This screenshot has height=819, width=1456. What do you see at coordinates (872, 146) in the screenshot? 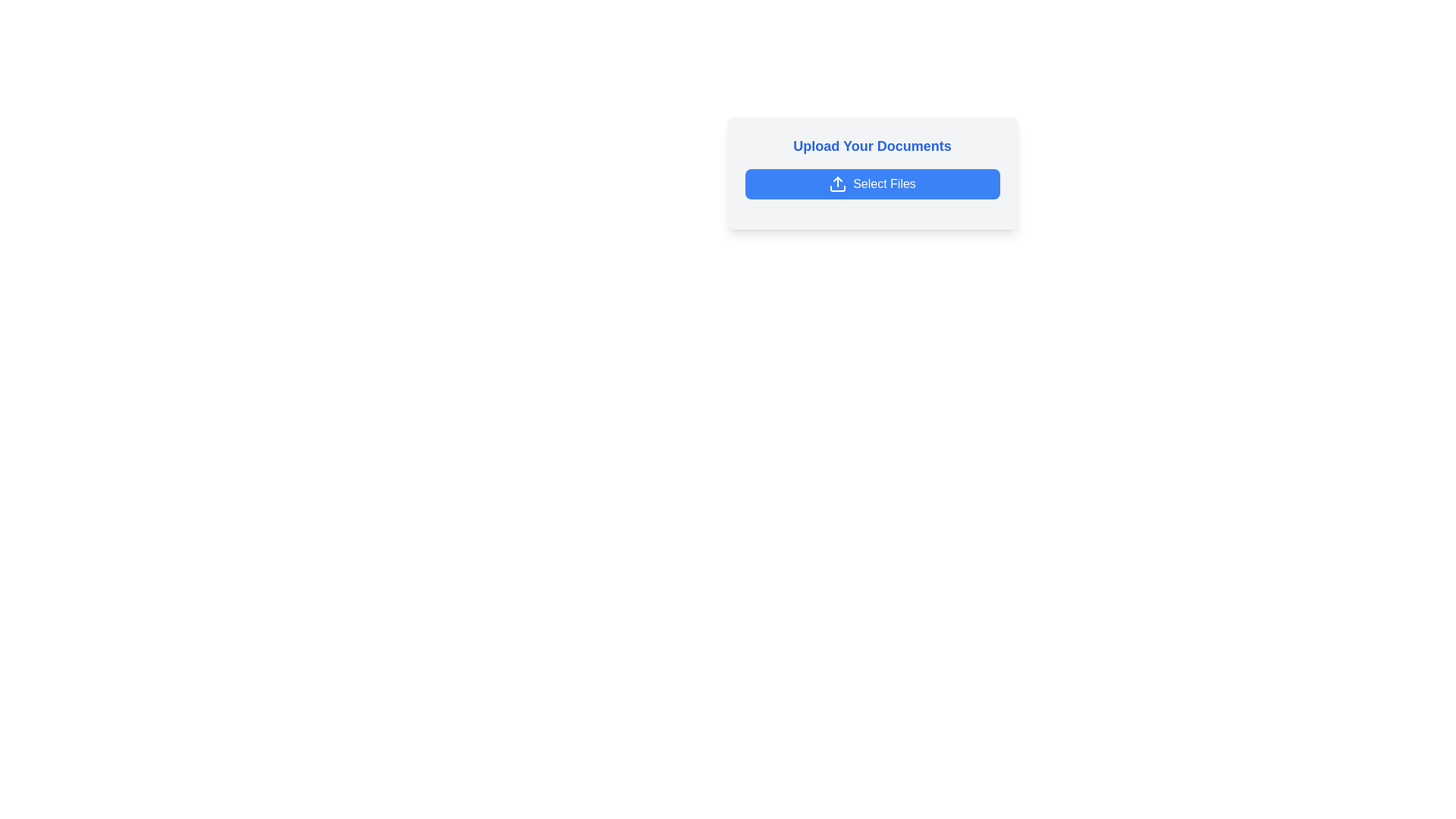
I see `the title text reading 'Upload Your Documents' which is styled in bold blue and located at the top center of the card, directly above the 'Select Files' button` at bounding box center [872, 146].